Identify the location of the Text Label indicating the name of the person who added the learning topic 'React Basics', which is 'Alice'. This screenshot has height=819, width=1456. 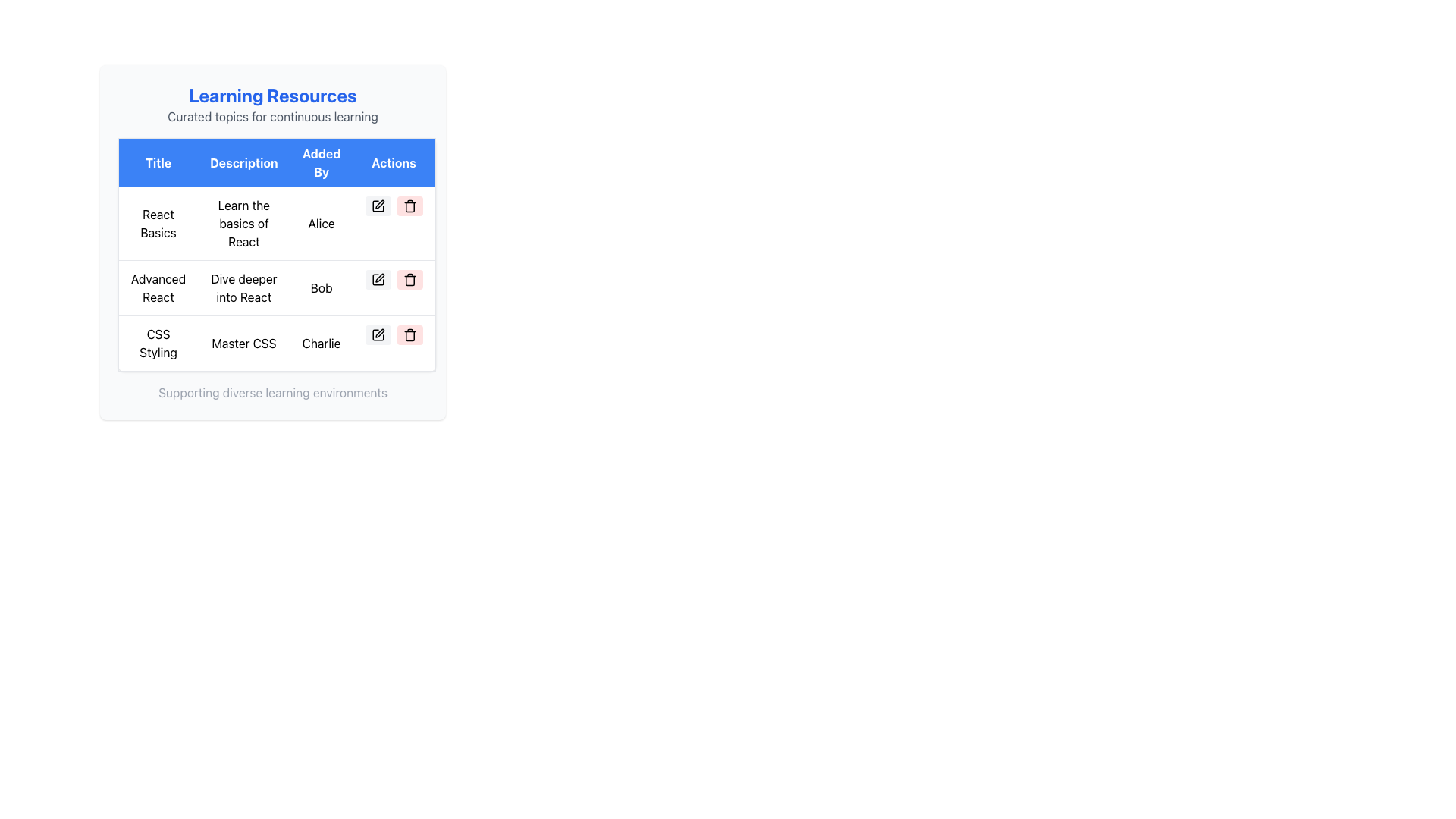
(321, 224).